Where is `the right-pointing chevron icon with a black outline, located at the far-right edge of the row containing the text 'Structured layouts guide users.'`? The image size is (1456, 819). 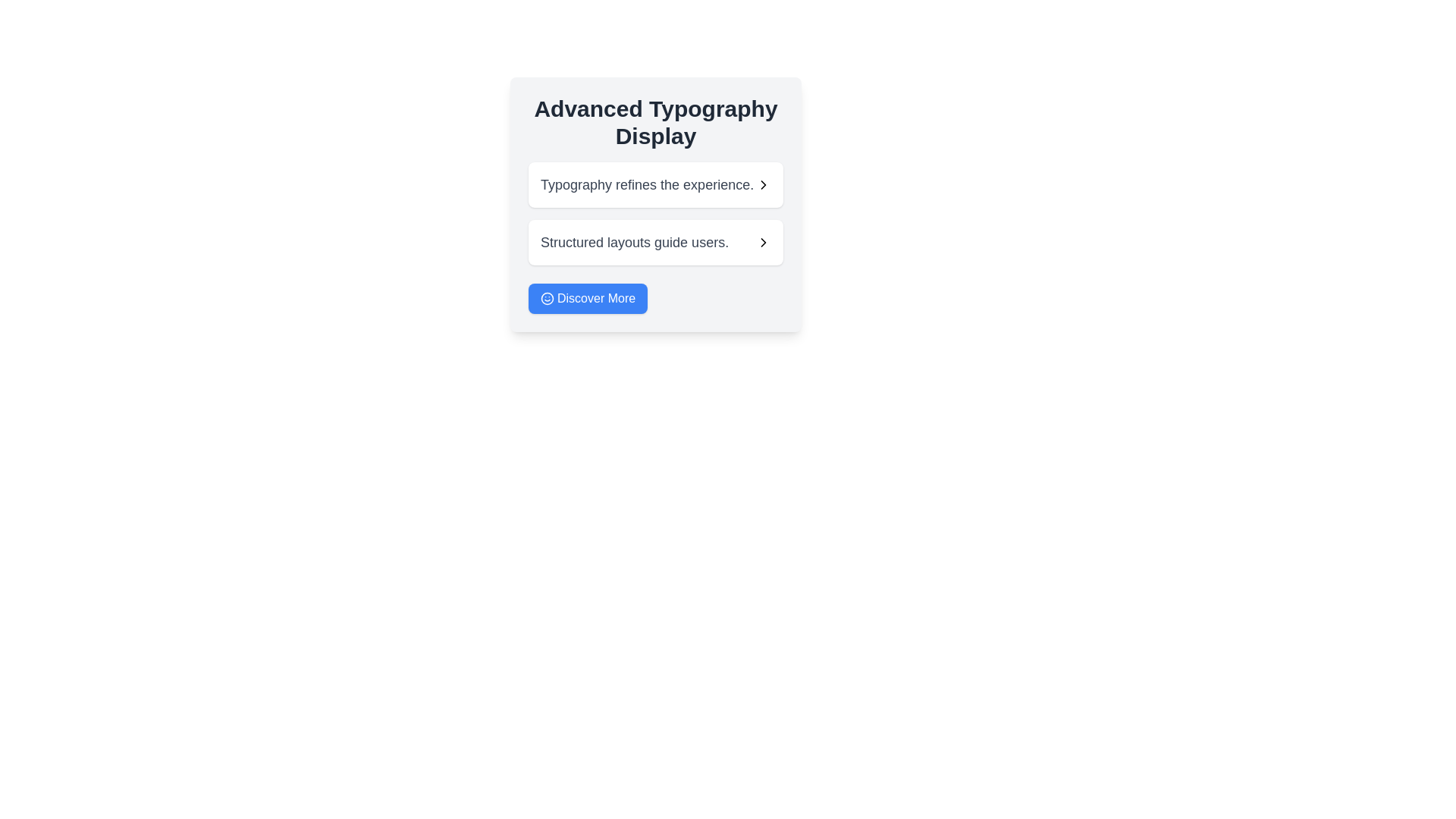
the right-pointing chevron icon with a black outline, located at the far-right edge of the row containing the text 'Structured layouts guide users.' is located at coordinates (764, 242).